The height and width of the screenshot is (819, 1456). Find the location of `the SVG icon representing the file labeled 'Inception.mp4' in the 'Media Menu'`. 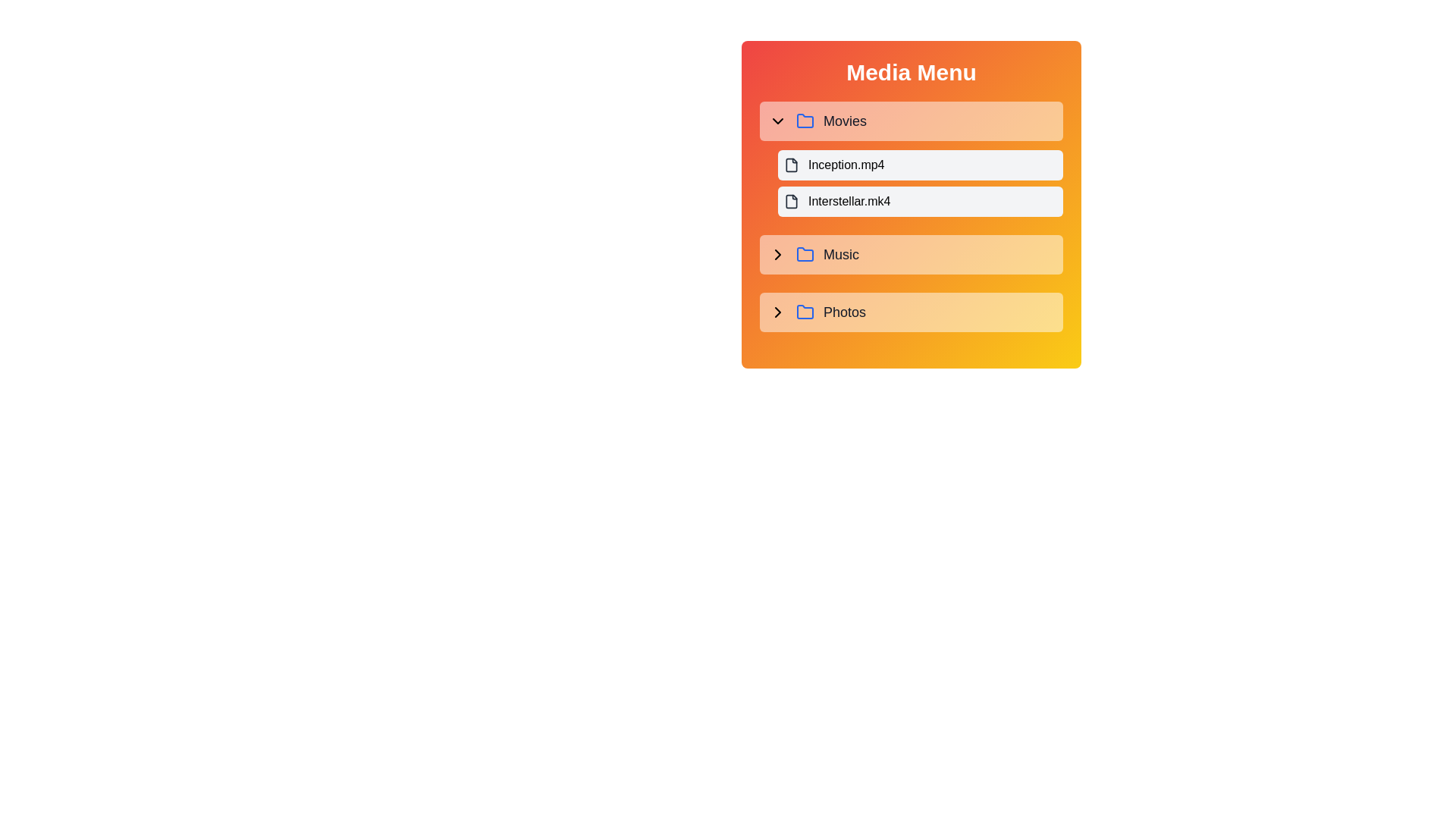

the SVG icon representing the file labeled 'Inception.mp4' in the 'Media Menu' is located at coordinates (790, 165).